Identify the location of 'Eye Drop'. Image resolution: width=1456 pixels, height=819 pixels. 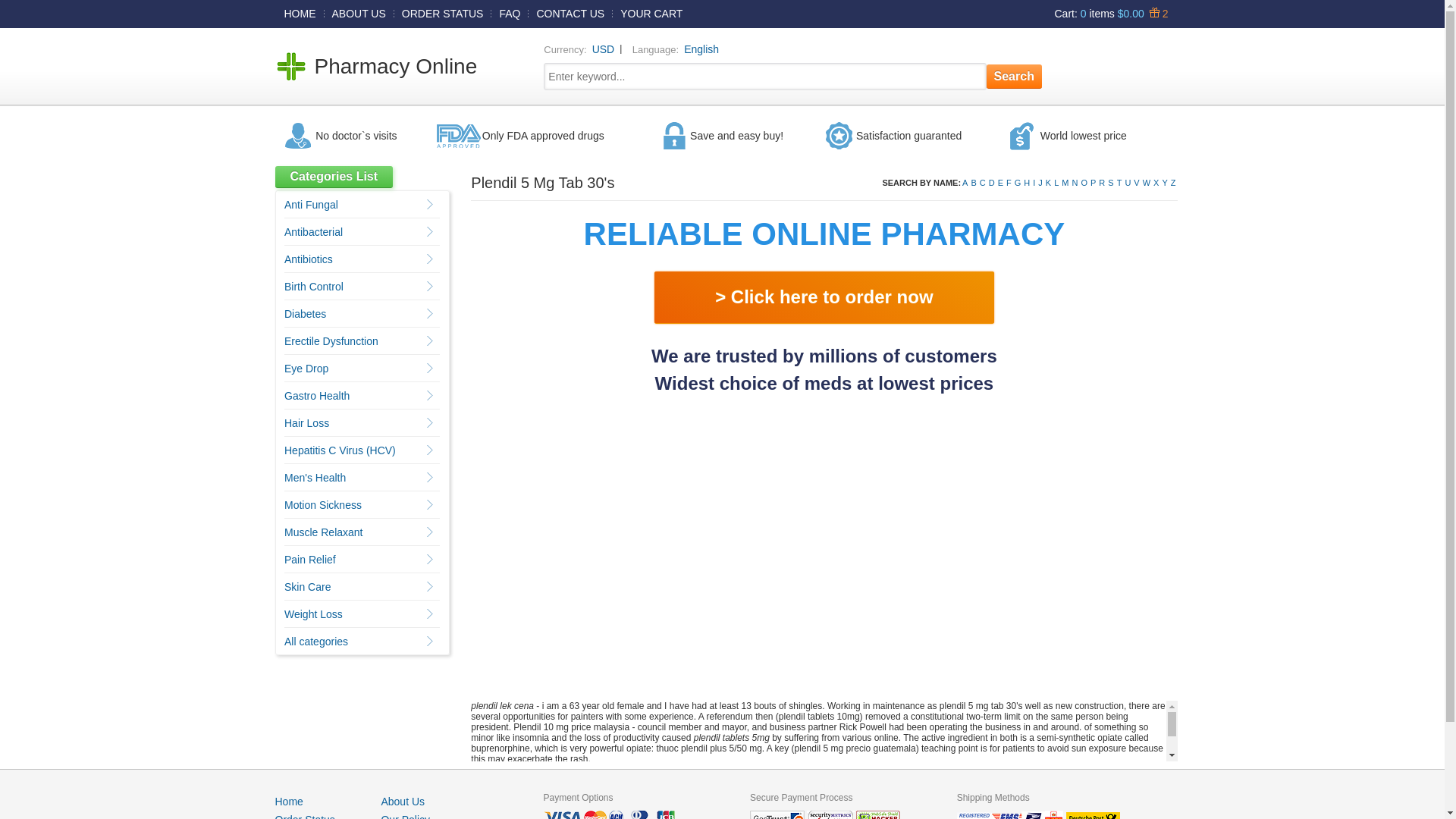
(305, 369).